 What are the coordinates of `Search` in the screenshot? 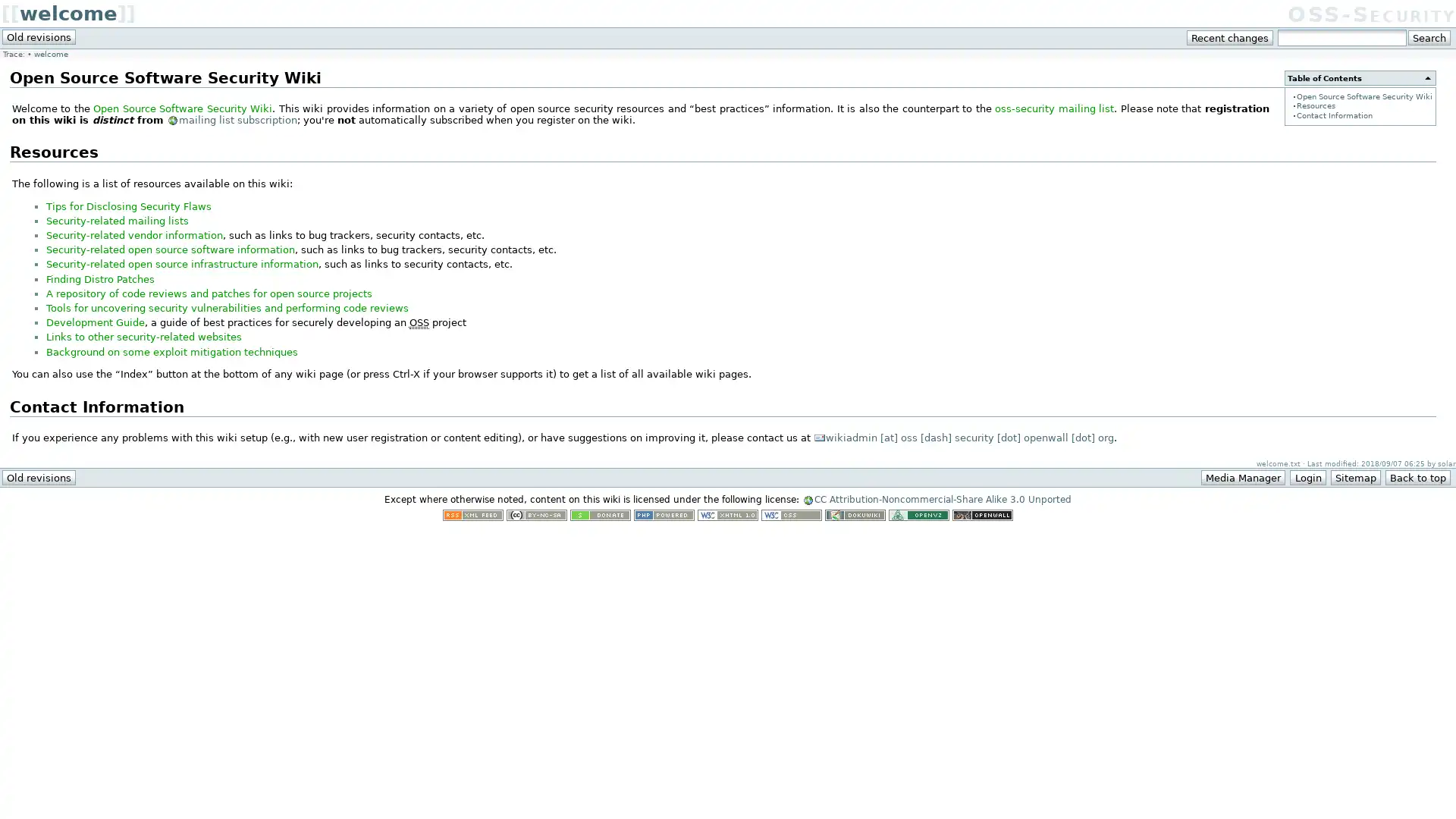 It's located at (1428, 37).